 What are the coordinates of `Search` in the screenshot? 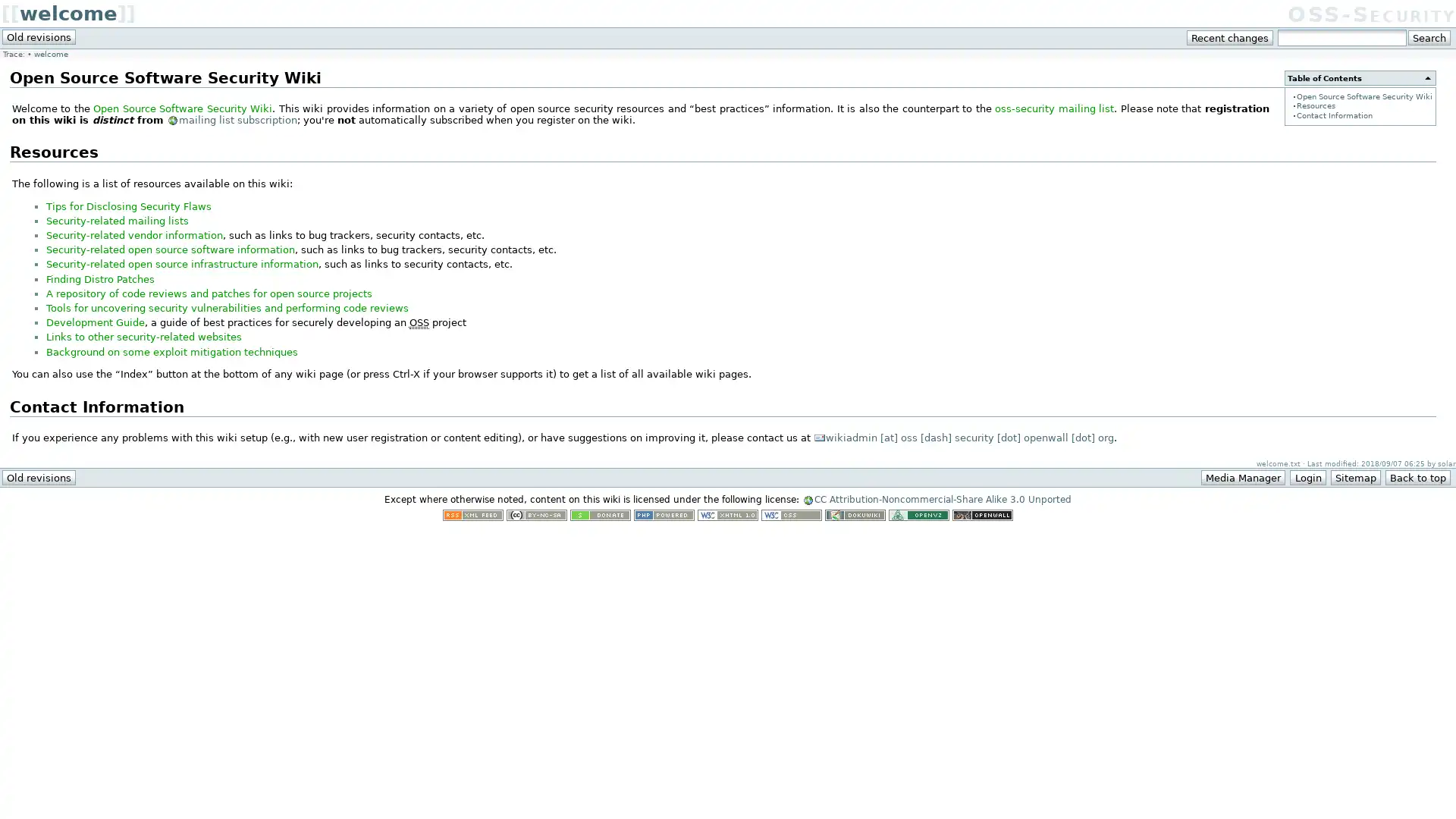 It's located at (1428, 37).